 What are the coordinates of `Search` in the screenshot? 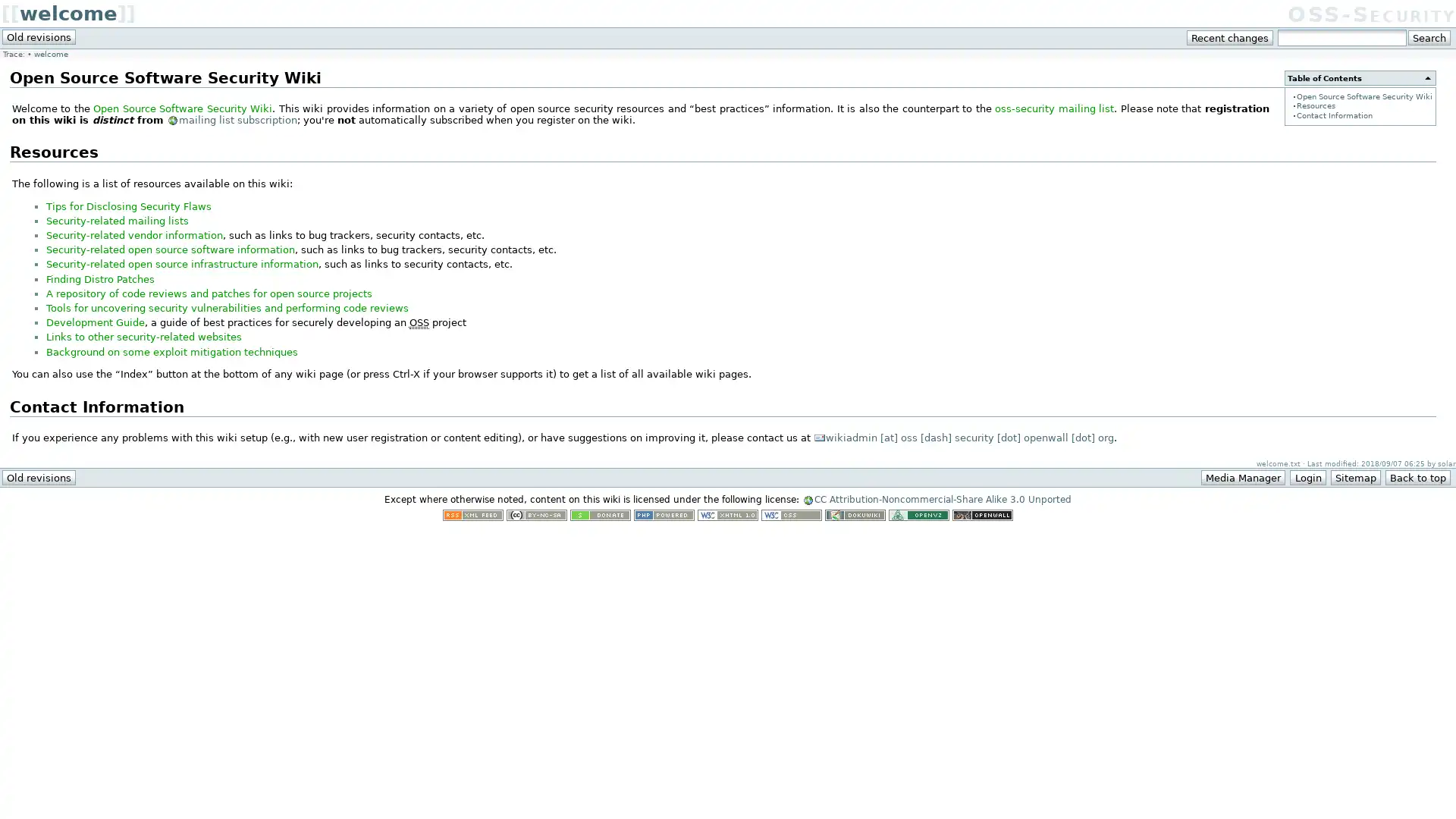 It's located at (1428, 37).